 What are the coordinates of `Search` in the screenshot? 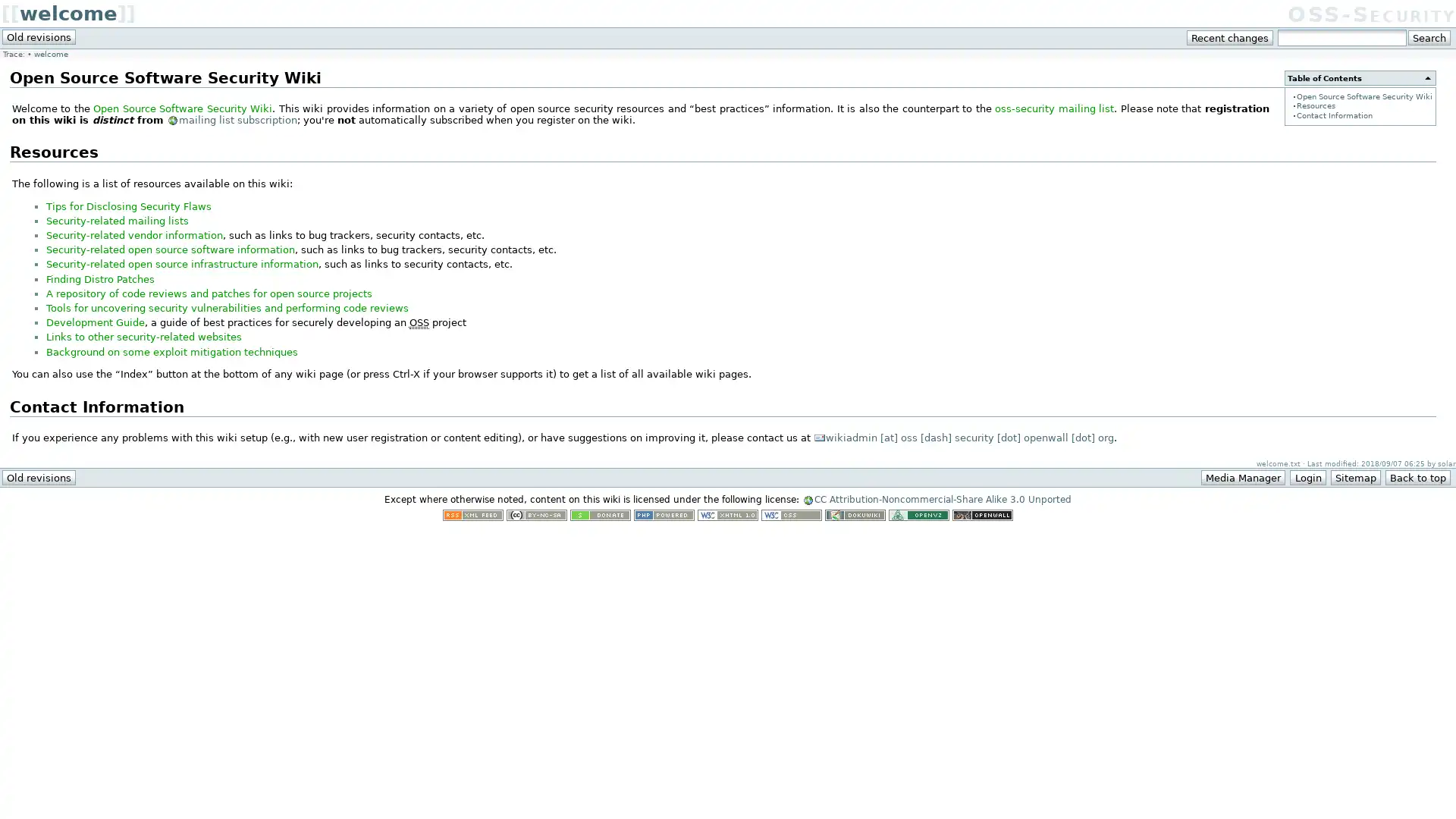 It's located at (1428, 37).